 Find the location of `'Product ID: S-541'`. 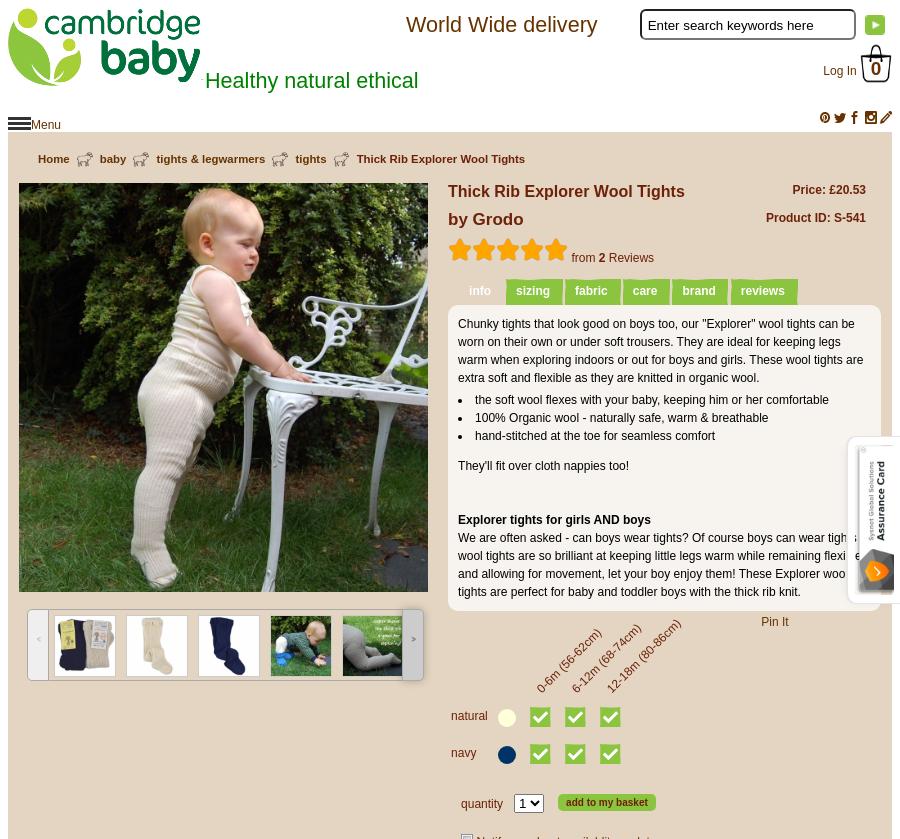

'Product ID: S-541' is located at coordinates (815, 217).